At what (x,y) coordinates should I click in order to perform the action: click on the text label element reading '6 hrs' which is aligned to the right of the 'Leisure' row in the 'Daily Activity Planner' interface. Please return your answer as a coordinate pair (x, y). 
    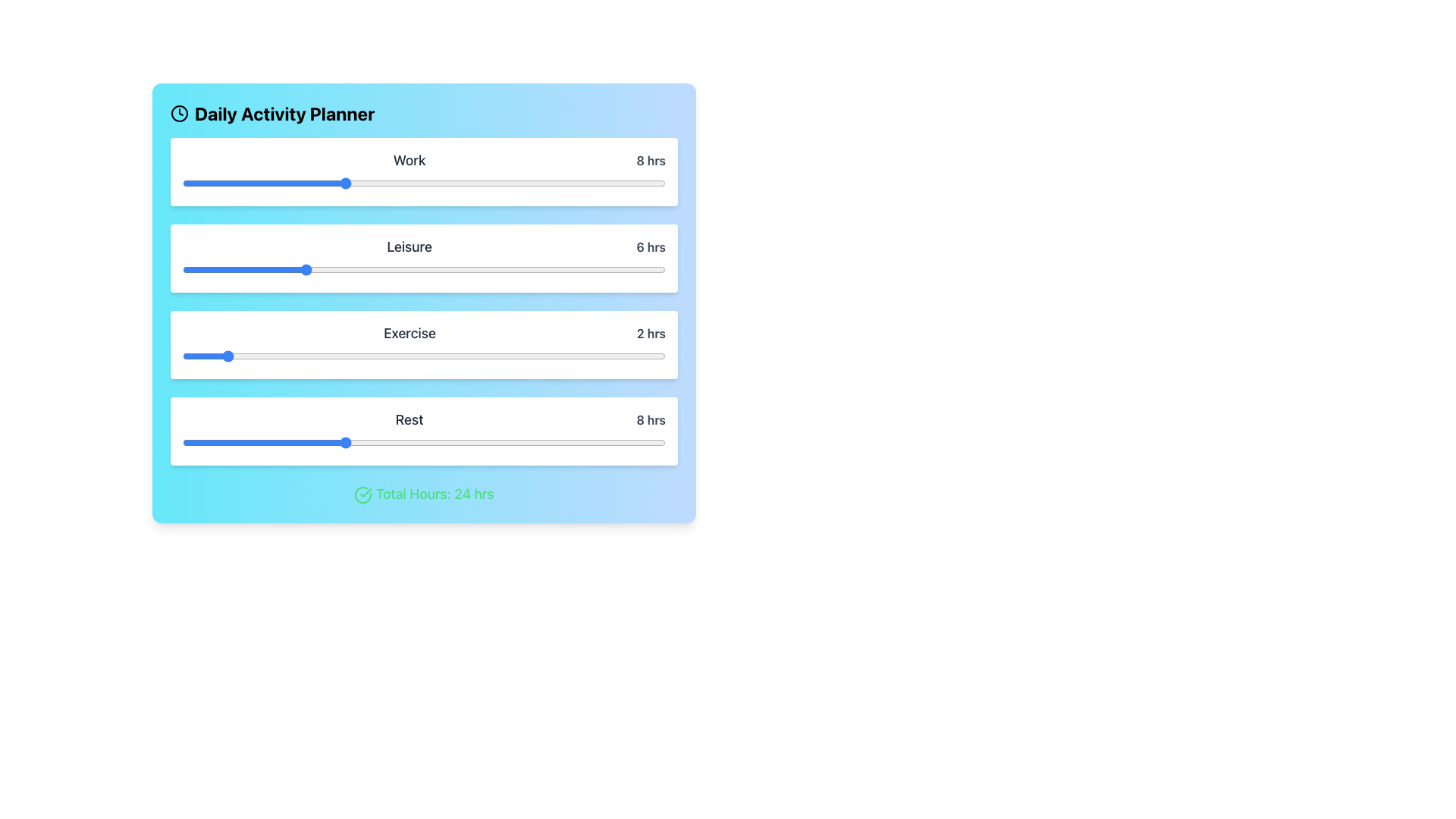
    Looking at the image, I should click on (651, 246).